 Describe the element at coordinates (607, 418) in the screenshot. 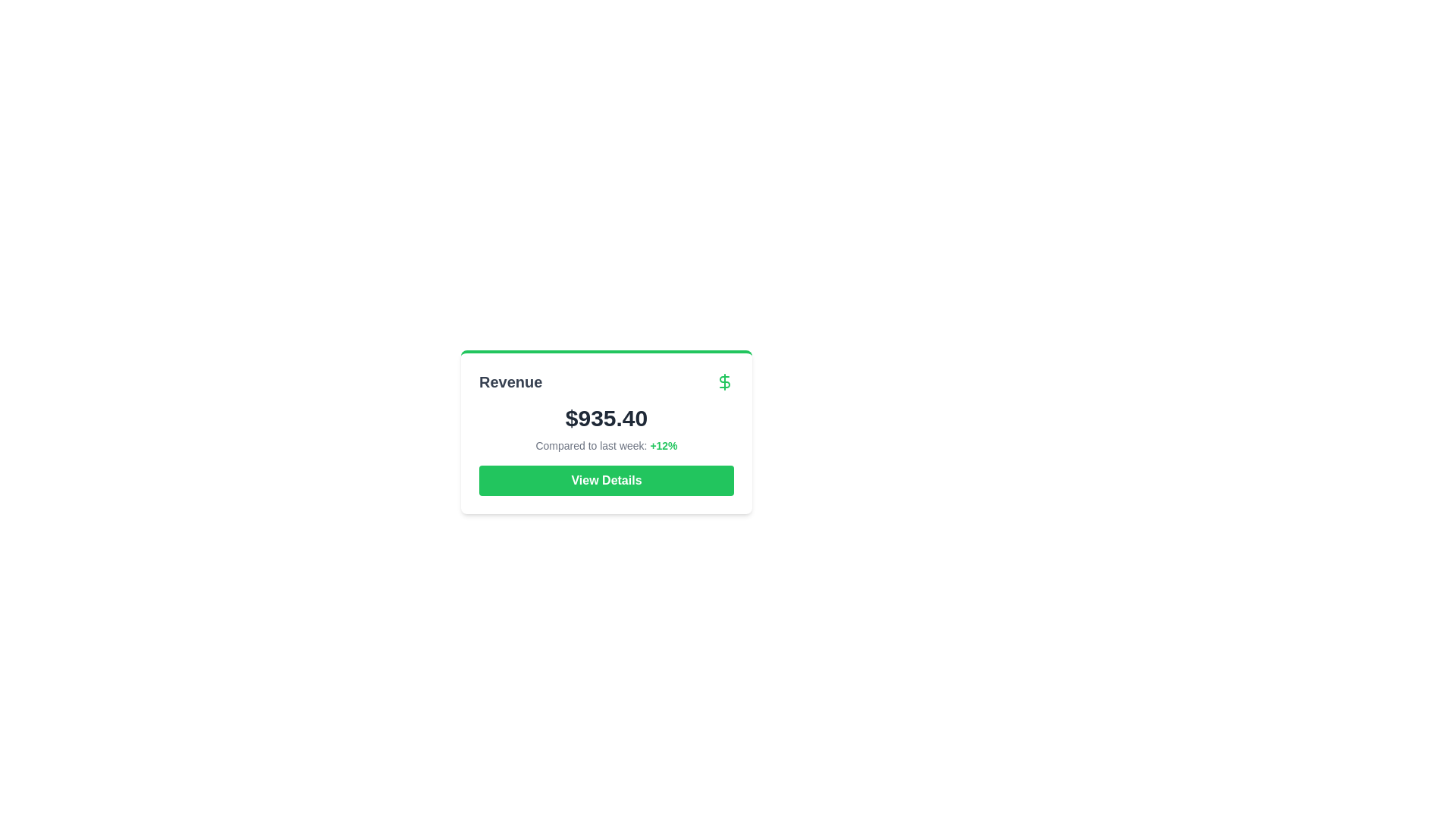

I see `numerical value displayed in the text element located centrally within the card component, which is underneath the title 'Revenue' and above the 'Compared to last week' text` at that location.